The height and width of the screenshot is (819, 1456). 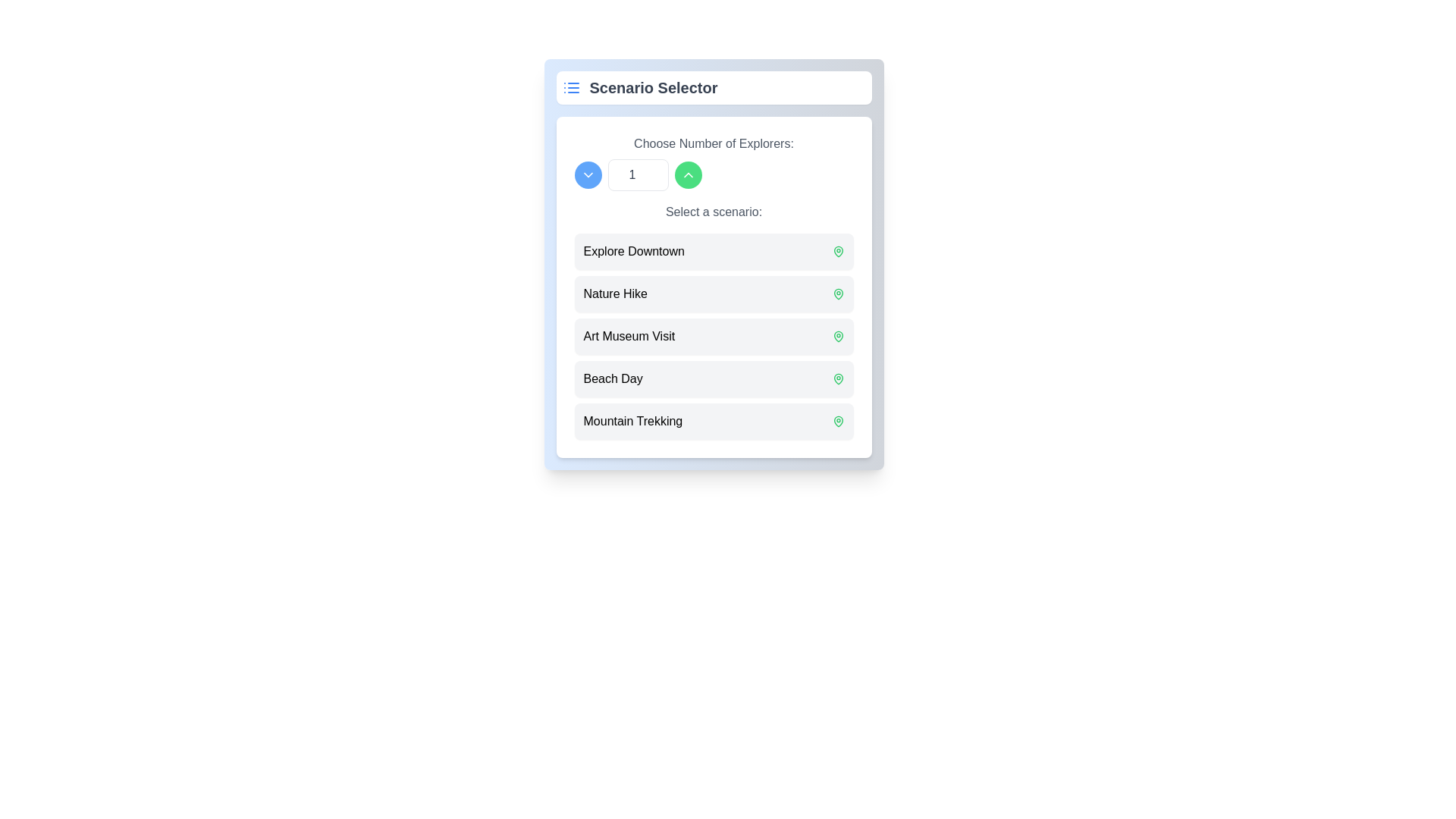 I want to click on the green-colored map pin icon located on the right side of the 'Beach Day' scenario in the list of selectable scenarios, so click(x=837, y=378).